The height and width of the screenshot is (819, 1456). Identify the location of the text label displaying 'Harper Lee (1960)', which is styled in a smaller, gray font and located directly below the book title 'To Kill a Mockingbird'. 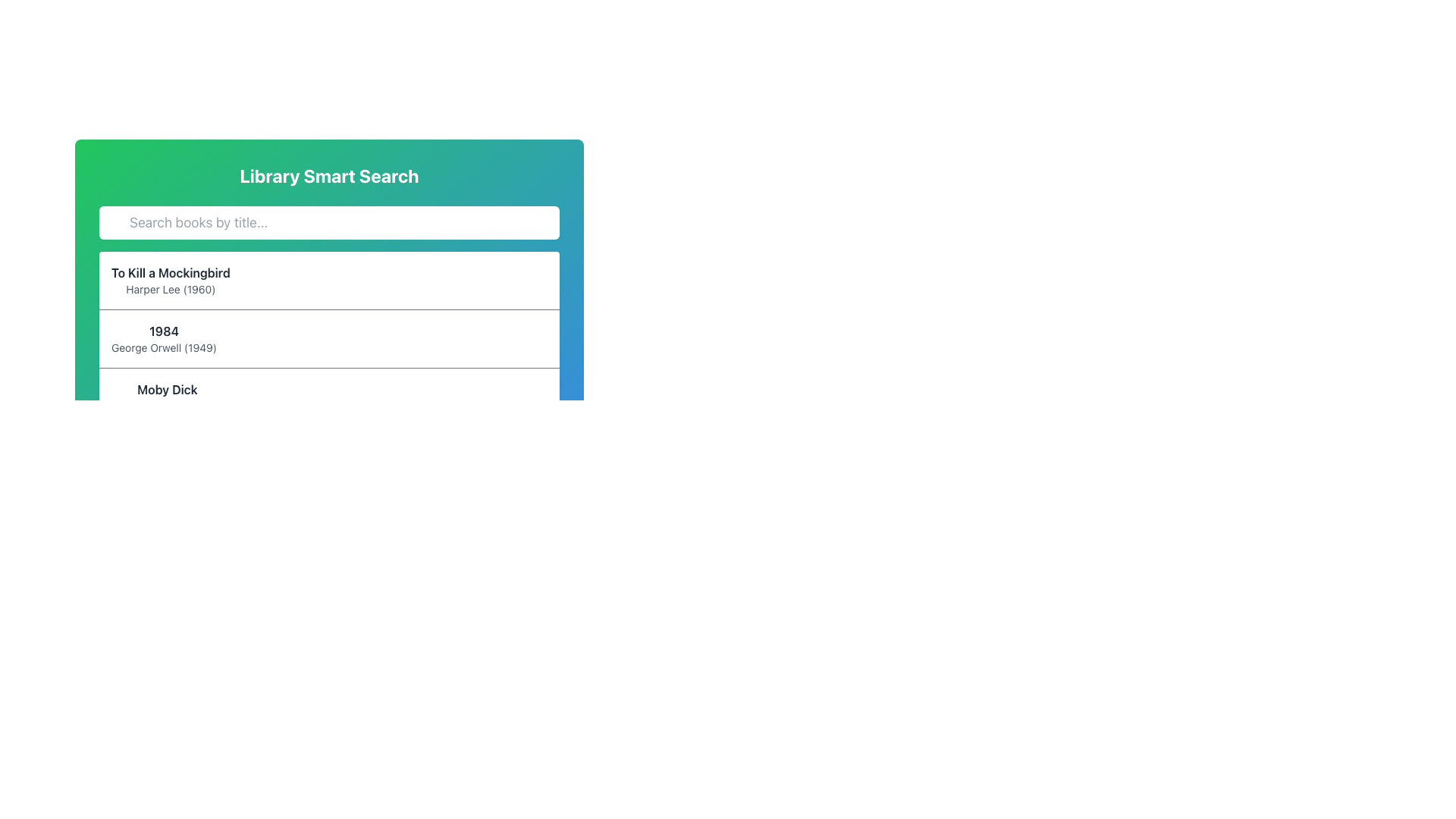
(171, 289).